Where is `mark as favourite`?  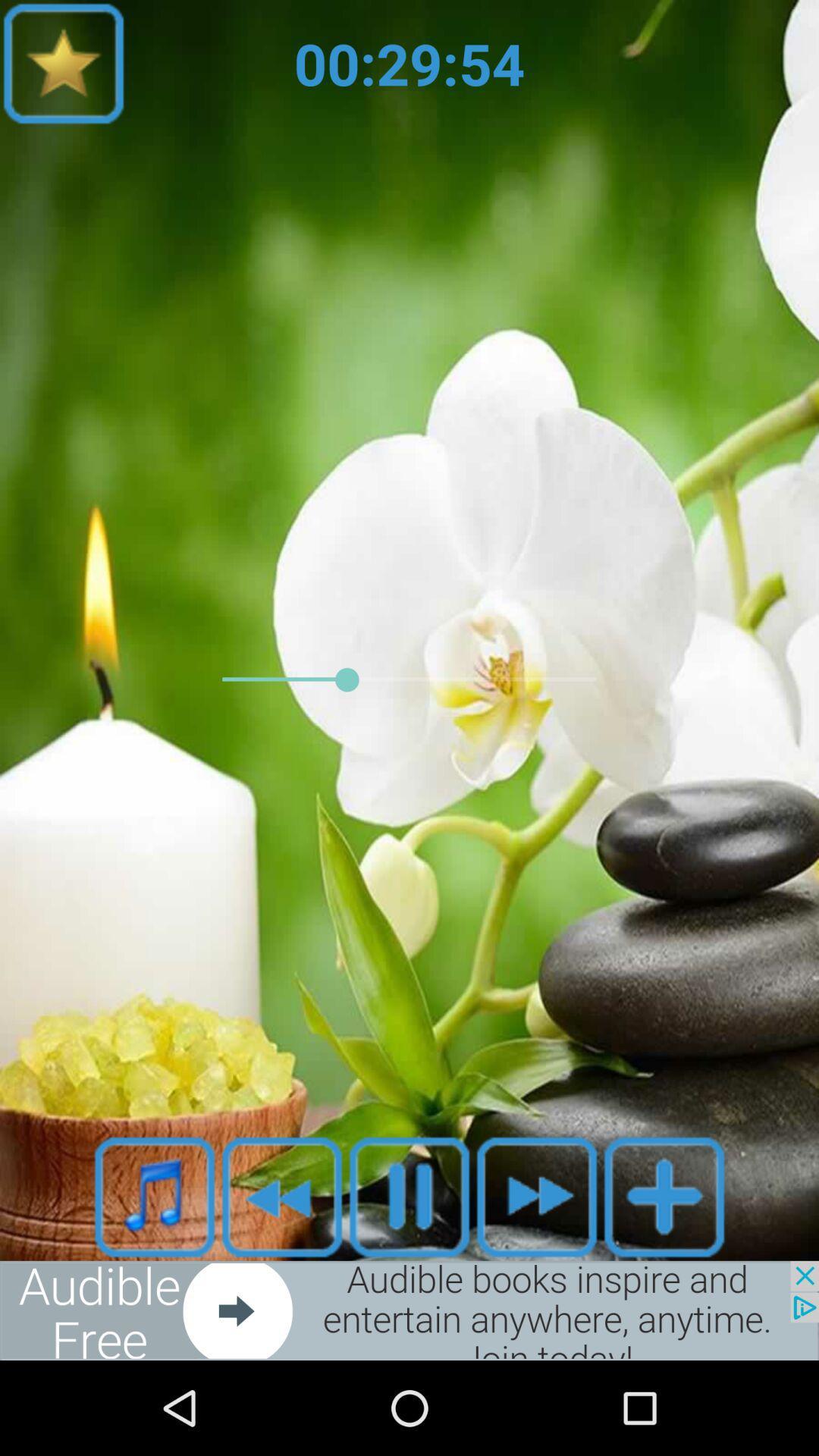
mark as favourite is located at coordinates (281, 1196).